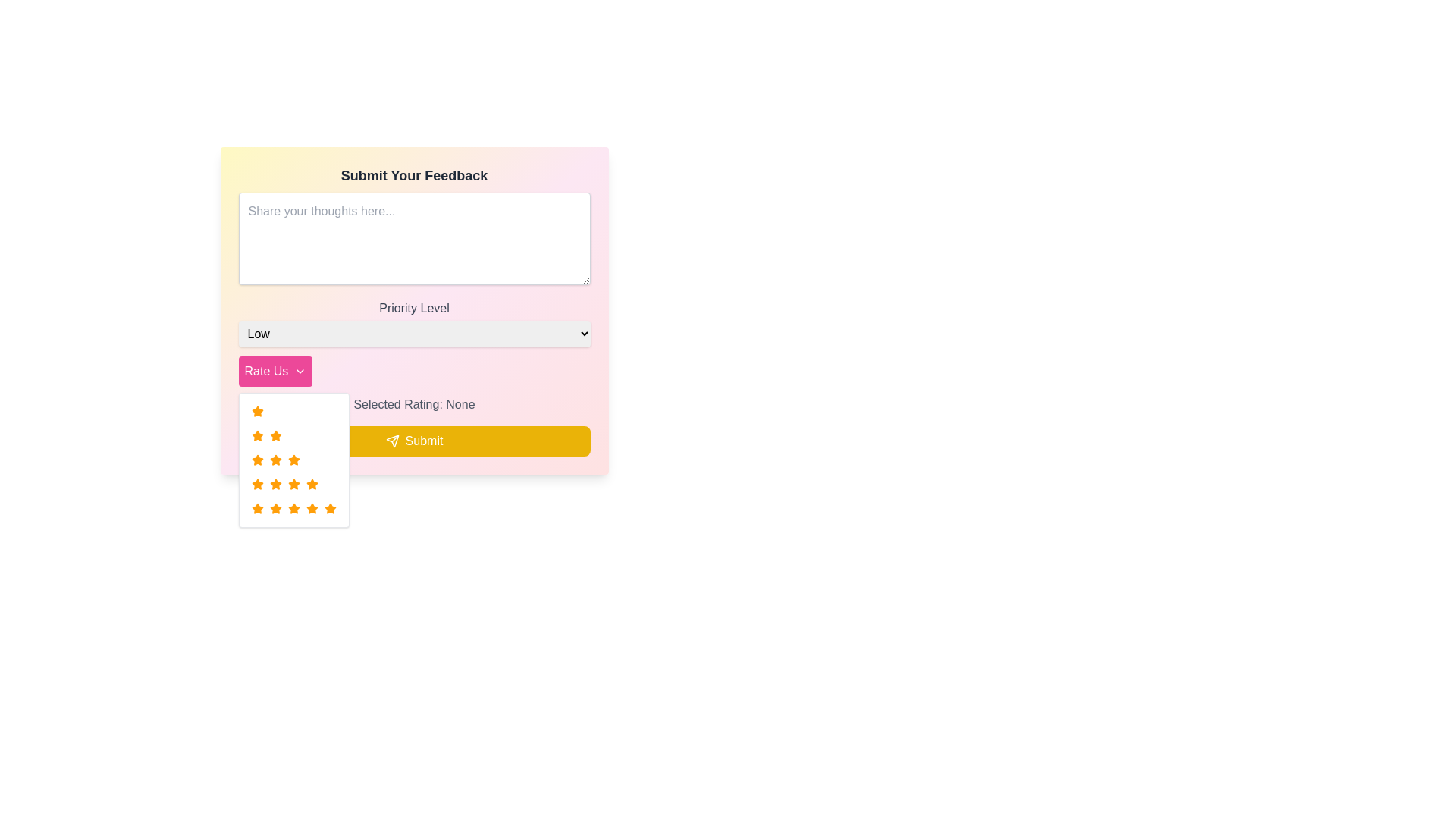  What do you see at coordinates (329, 508) in the screenshot?
I see `the last star in the rating stars grid within the 'Rate Us' dropdown menu` at bounding box center [329, 508].